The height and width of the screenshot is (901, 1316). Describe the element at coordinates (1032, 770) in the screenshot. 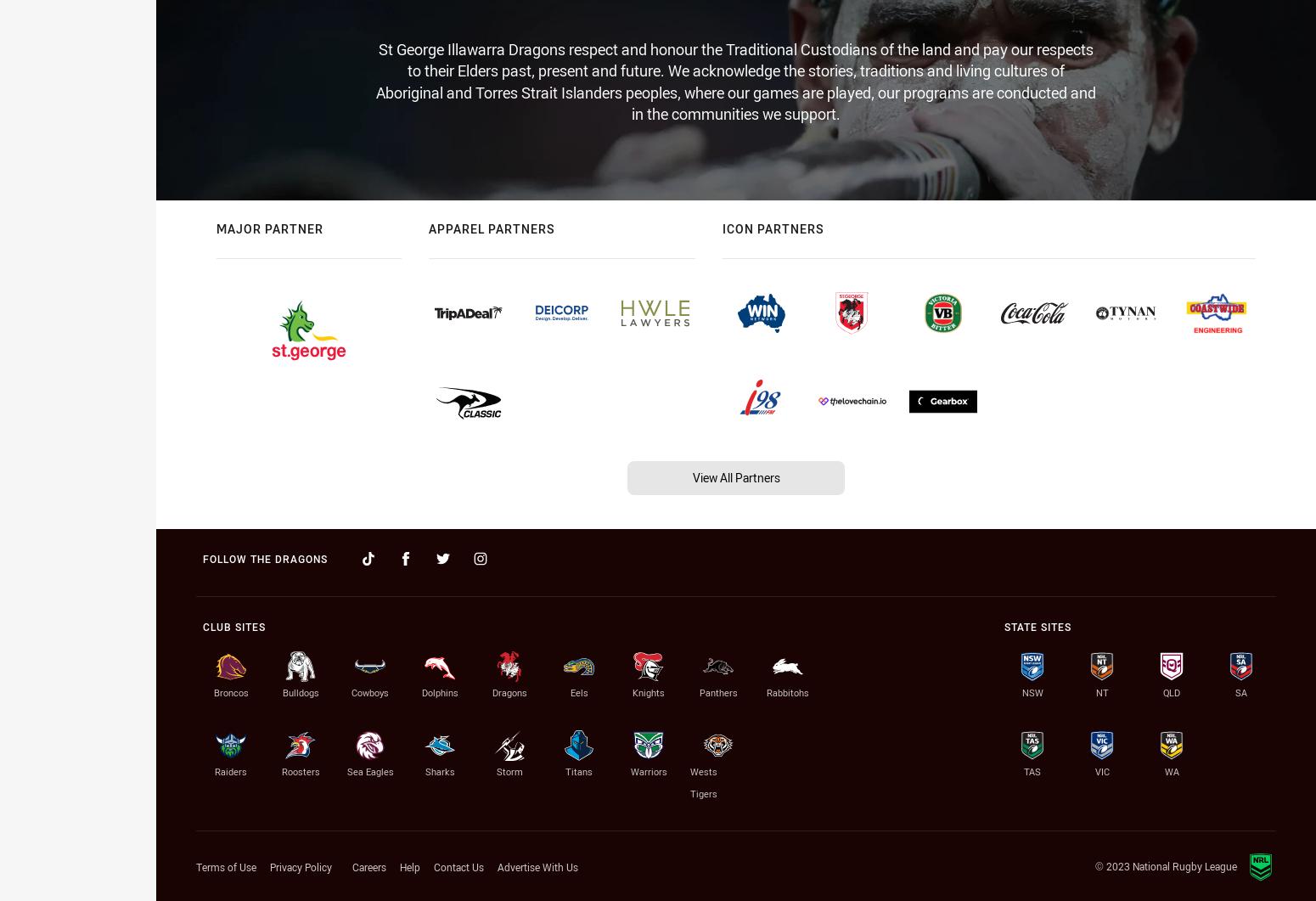

I see `'TAS'` at that location.